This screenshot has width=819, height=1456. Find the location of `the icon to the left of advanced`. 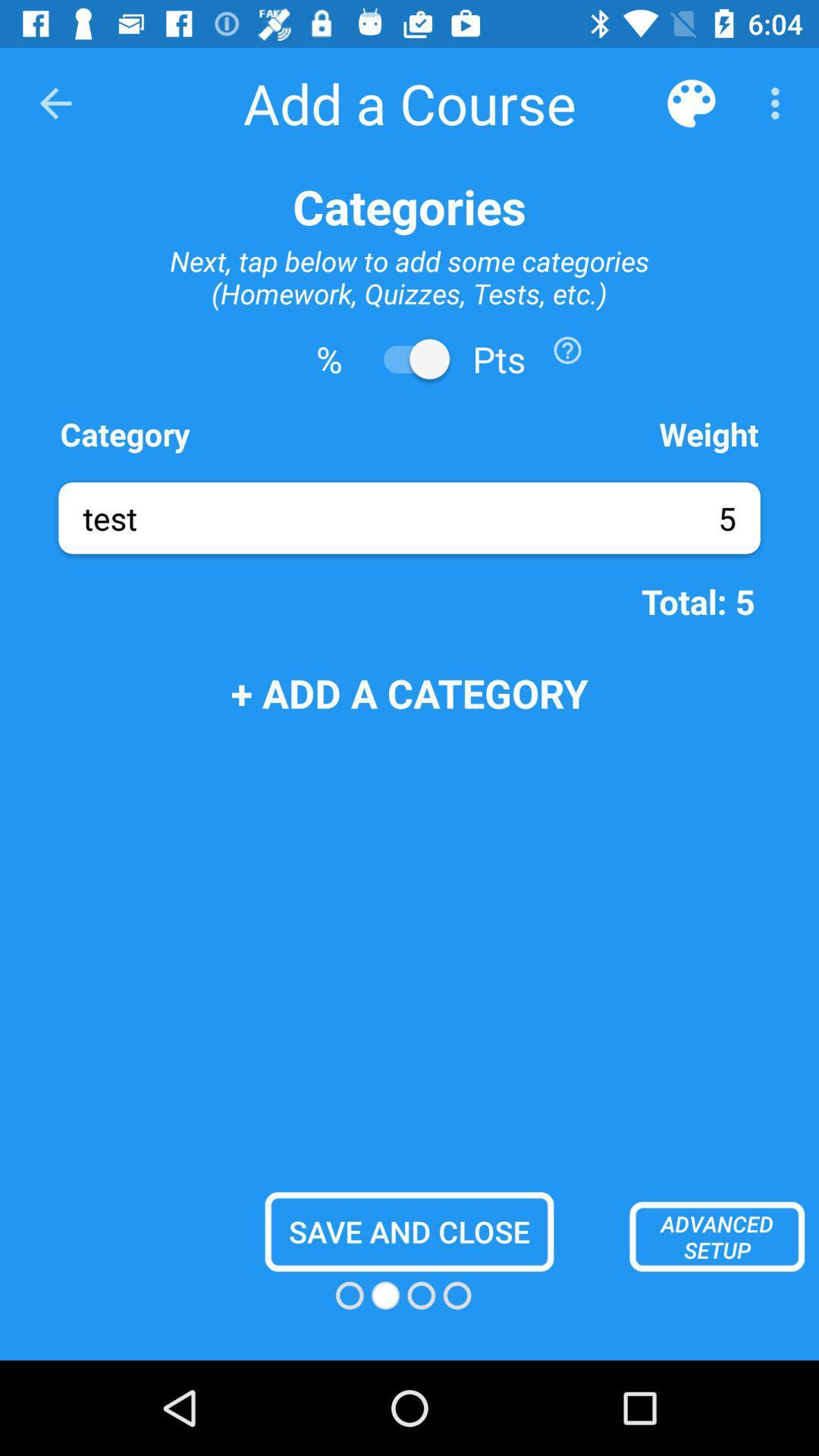

the icon to the left of advanced is located at coordinates (409, 1232).